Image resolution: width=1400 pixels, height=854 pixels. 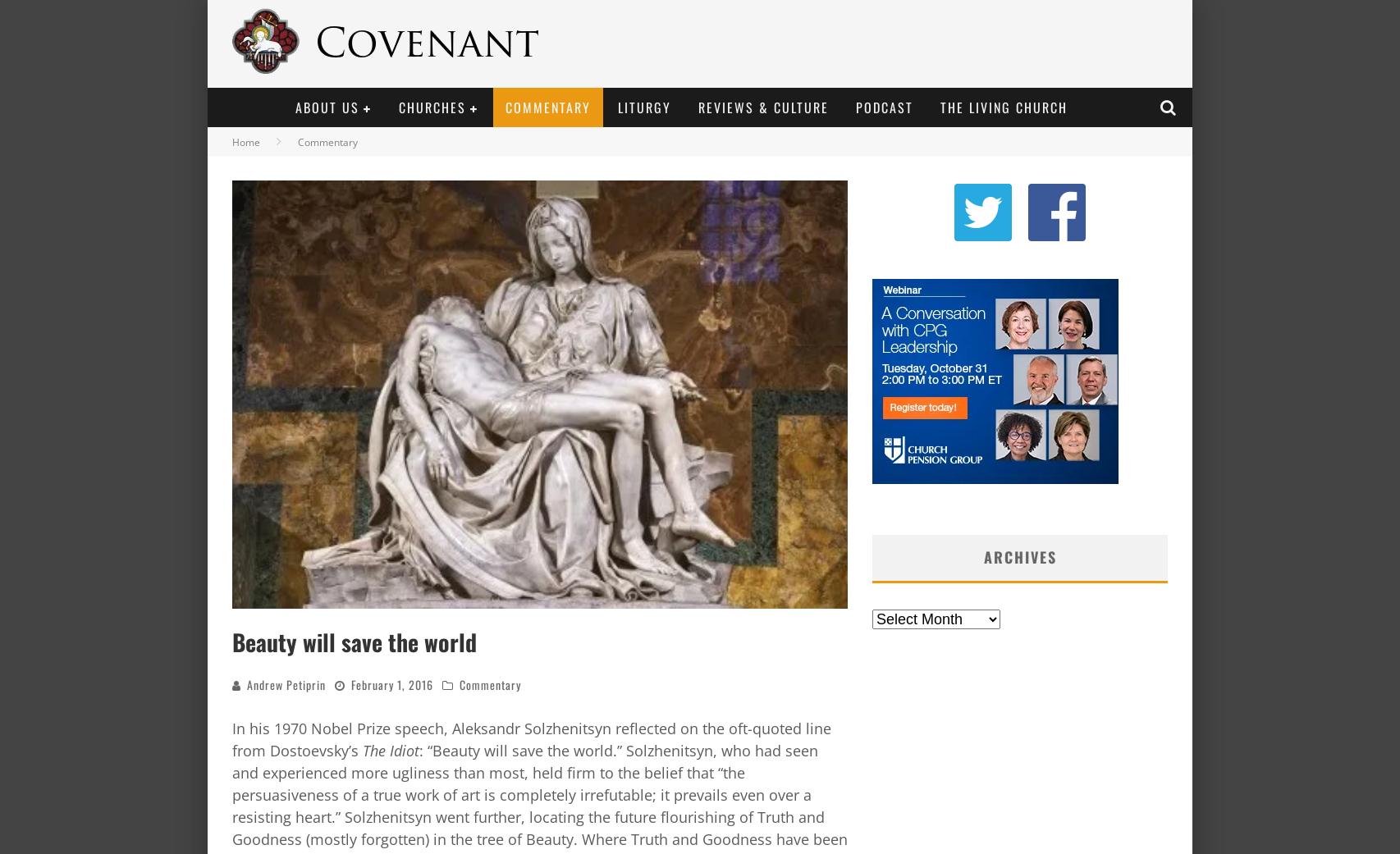 What do you see at coordinates (353, 641) in the screenshot?
I see `'Beauty will save the world'` at bounding box center [353, 641].